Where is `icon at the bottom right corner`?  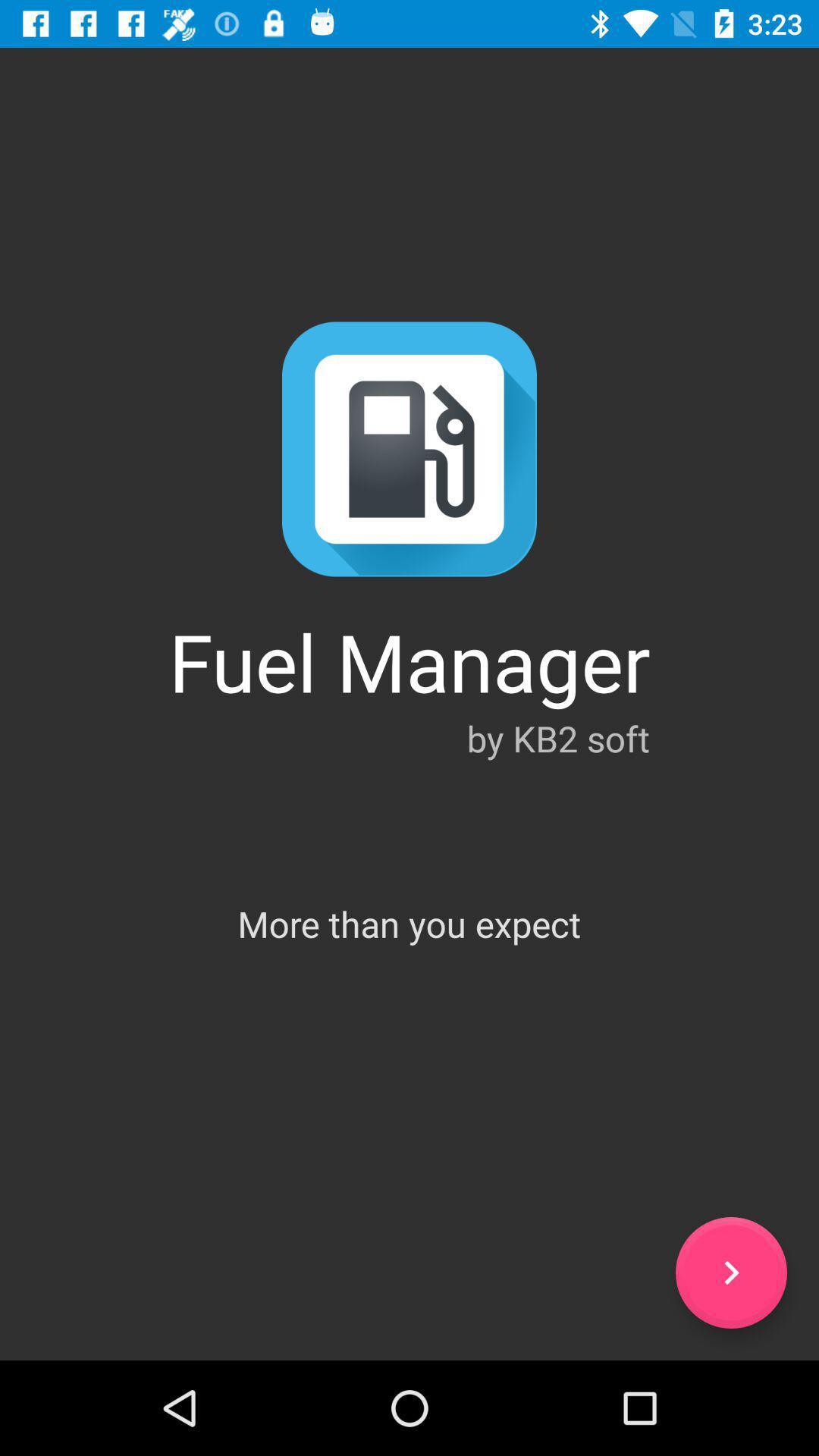 icon at the bottom right corner is located at coordinates (730, 1272).